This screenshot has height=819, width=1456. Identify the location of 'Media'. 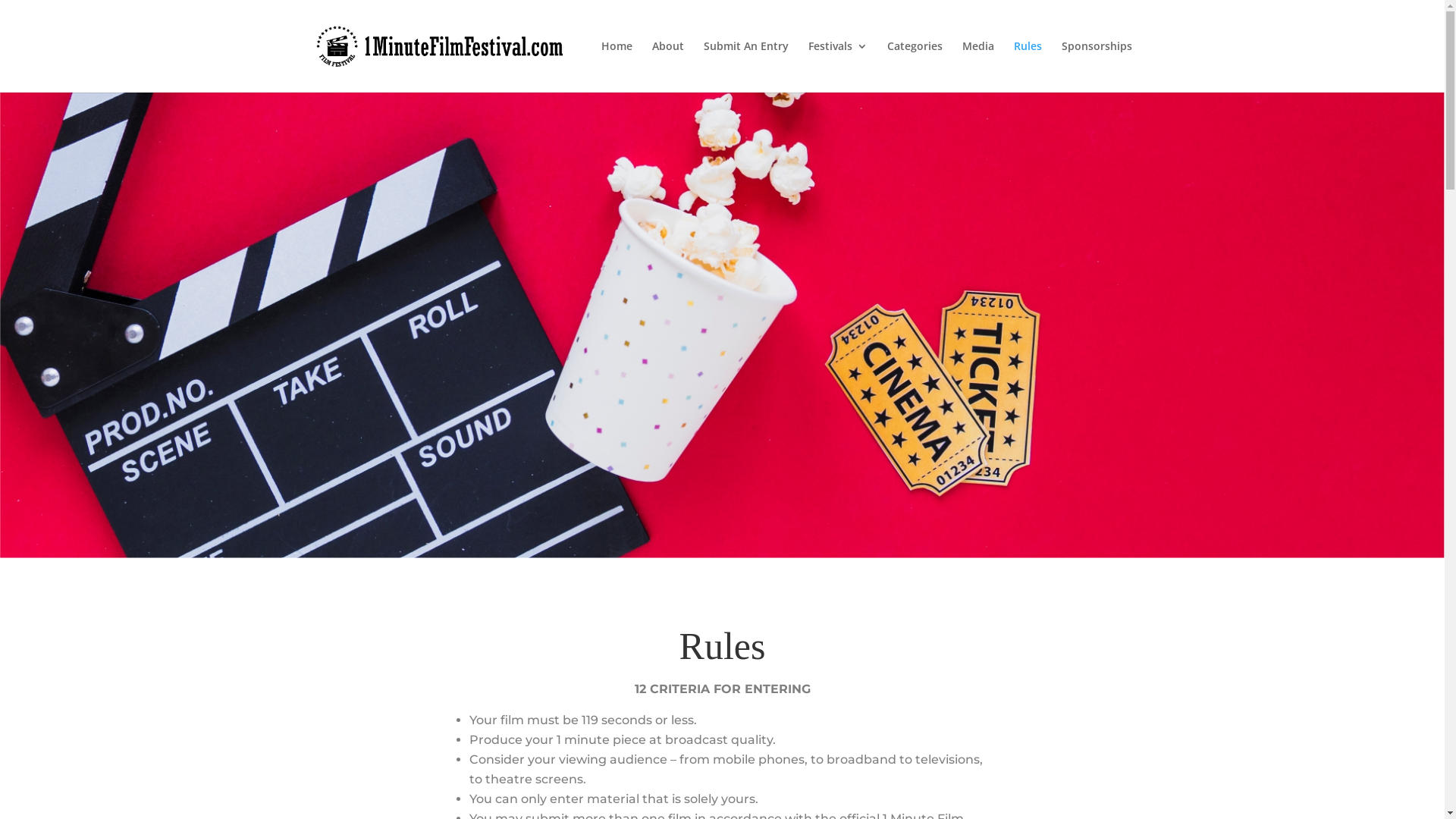
(977, 66).